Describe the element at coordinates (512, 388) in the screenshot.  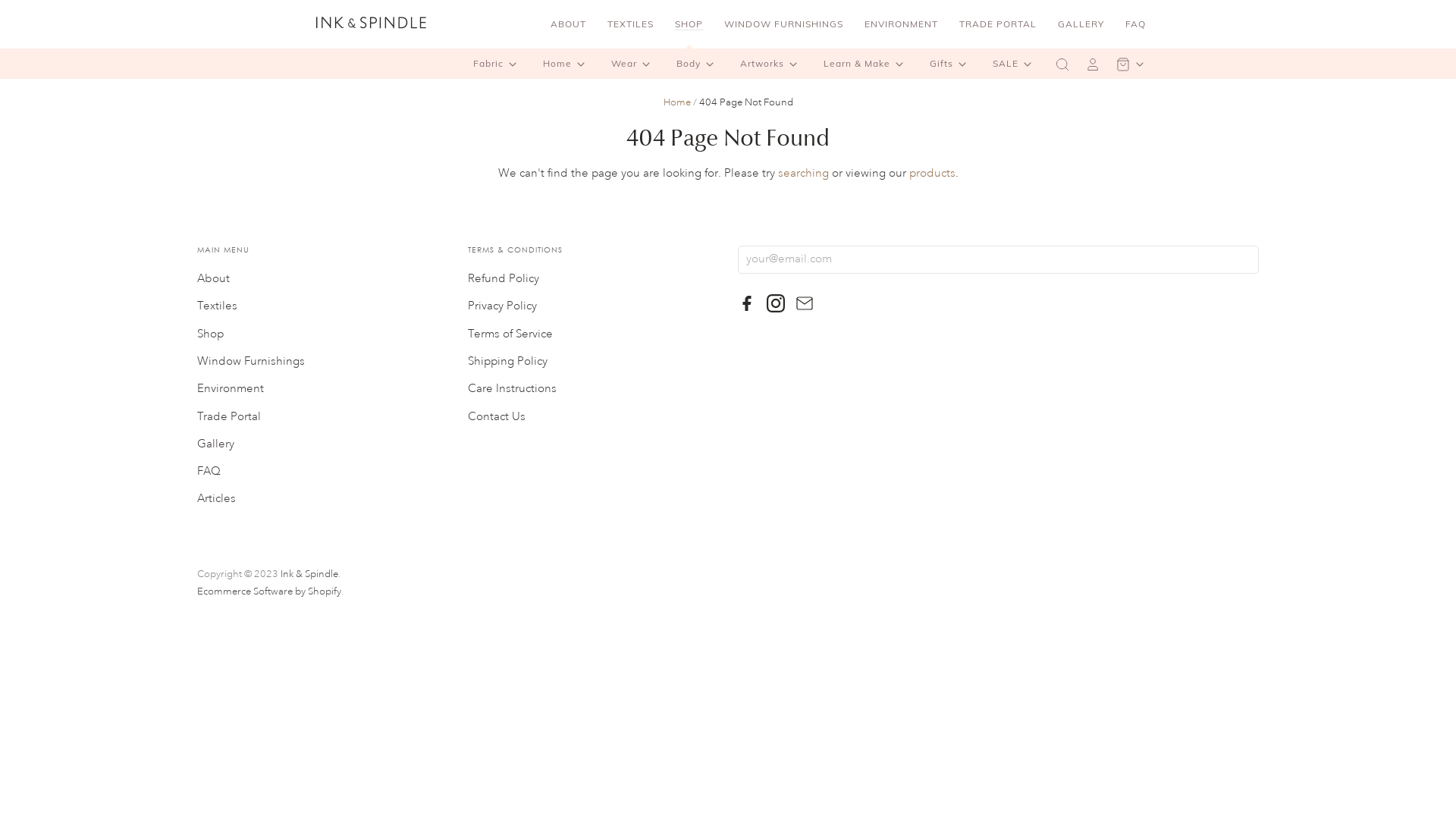
I see `'Care Instructions'` at that location.